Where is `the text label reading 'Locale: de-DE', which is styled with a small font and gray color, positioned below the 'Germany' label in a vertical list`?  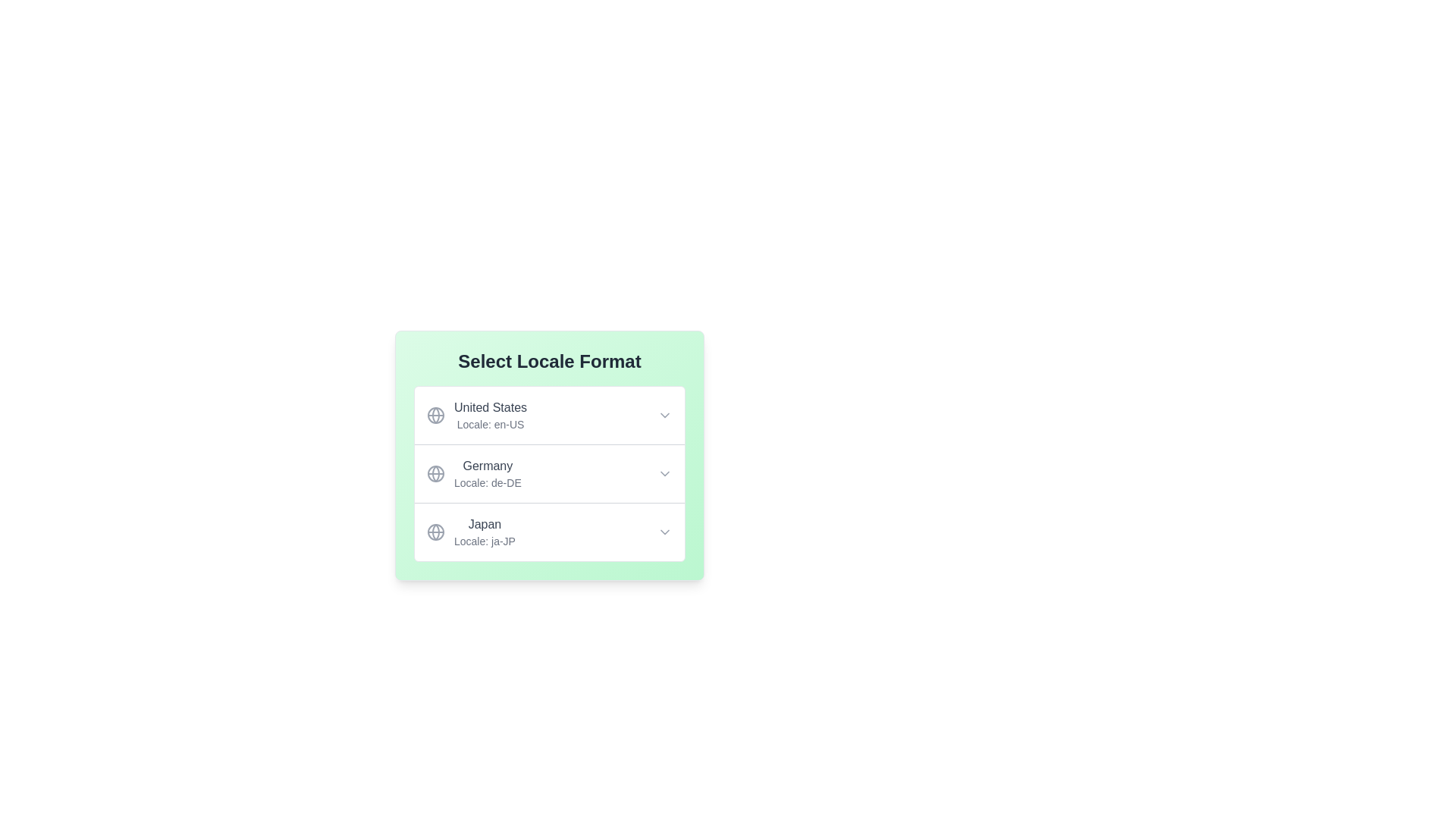 the text label reading 'Locale: de-DE', which is styled with a small font and gray color, positioned below the 'Germany' label in a vertical list is located at coordinates (488, 482).